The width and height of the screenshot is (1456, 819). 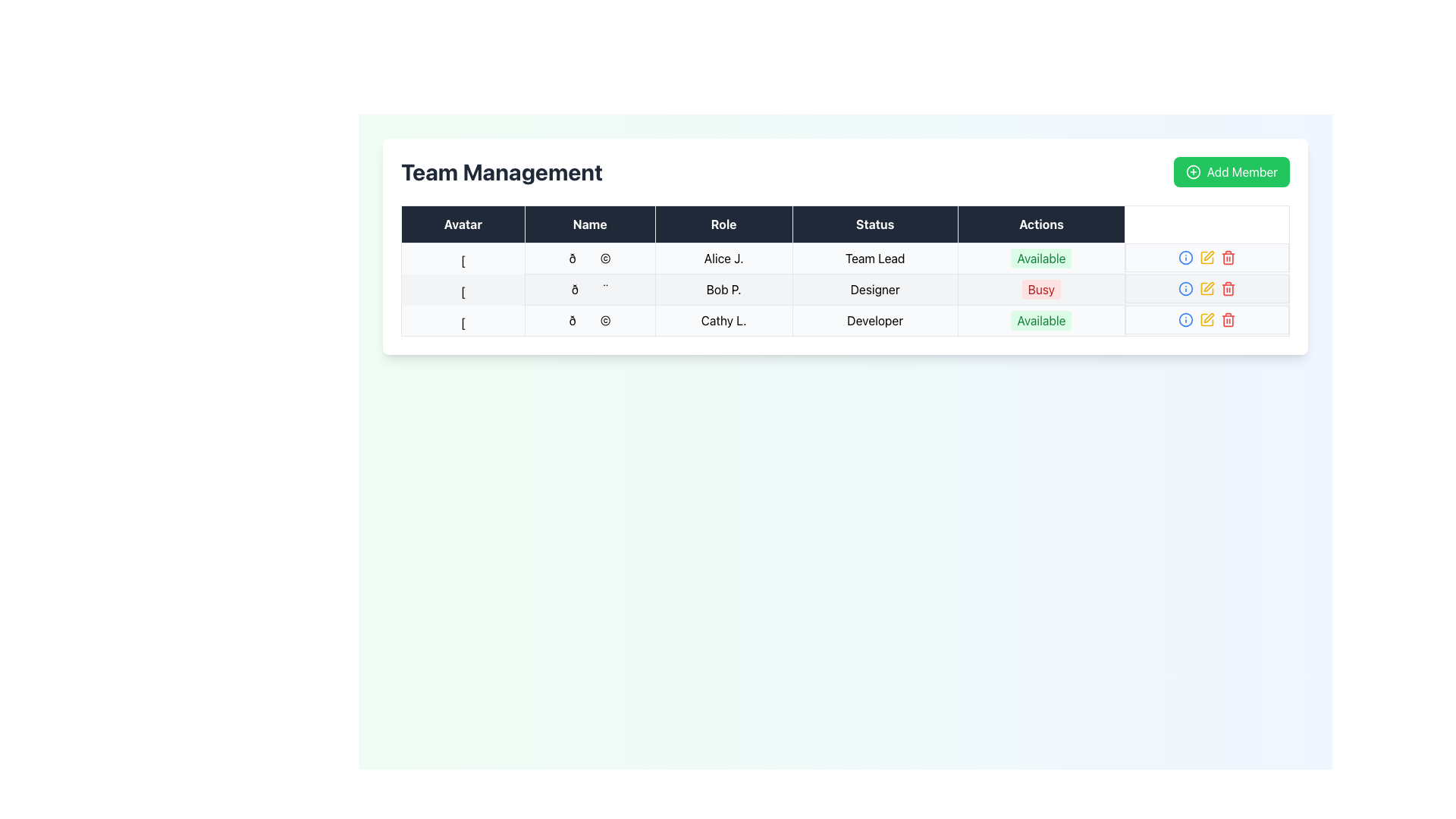 I want to click on the circle SVG graphical element located in the 'Actions' column of the second row of the table, so click(x=1185, y=256).